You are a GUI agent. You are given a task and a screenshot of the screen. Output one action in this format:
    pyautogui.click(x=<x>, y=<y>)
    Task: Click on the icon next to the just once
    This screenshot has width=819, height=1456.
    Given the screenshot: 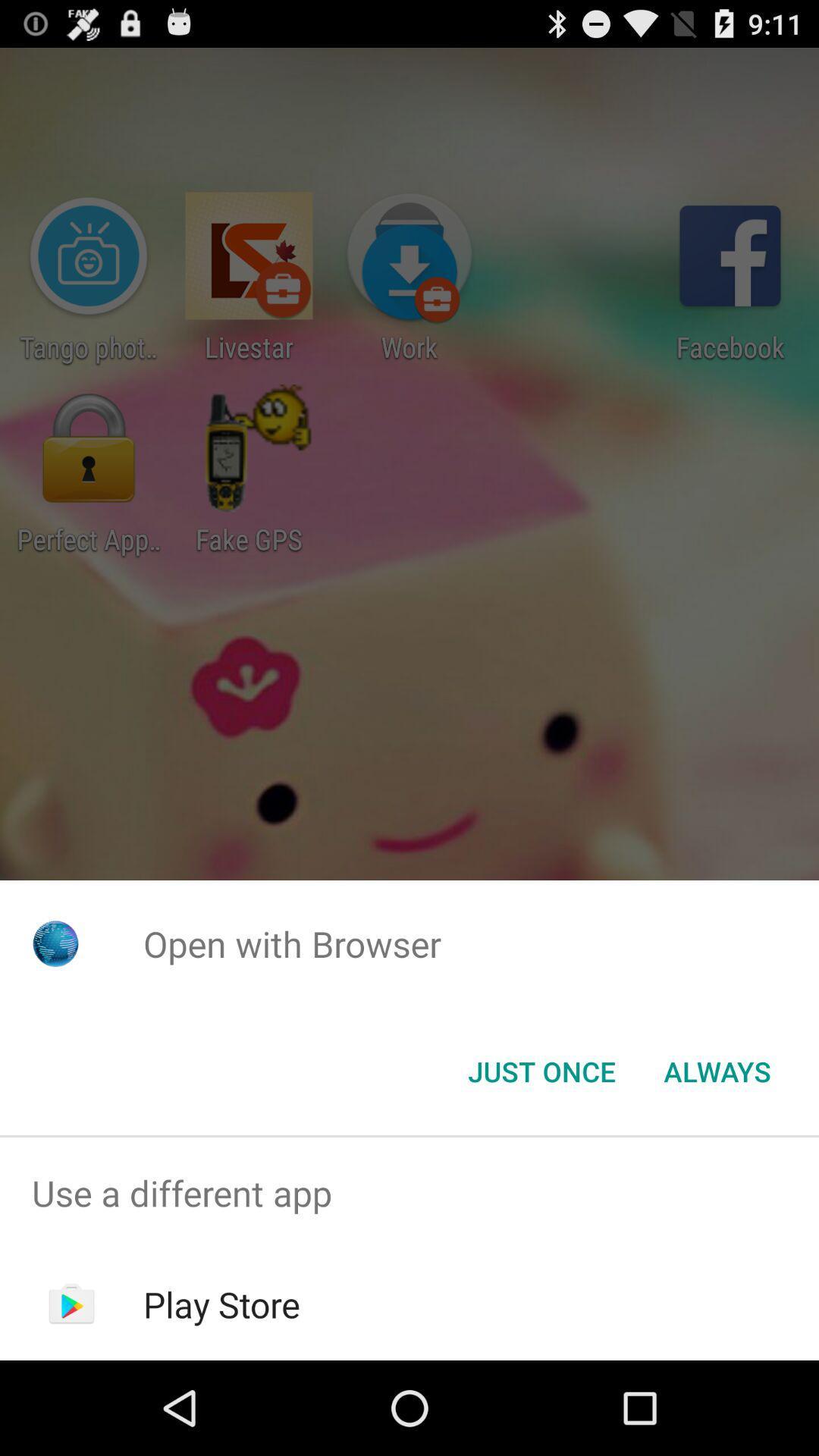 What is the action you would take?
    pyautogui.click(x=717, y=1070)
    